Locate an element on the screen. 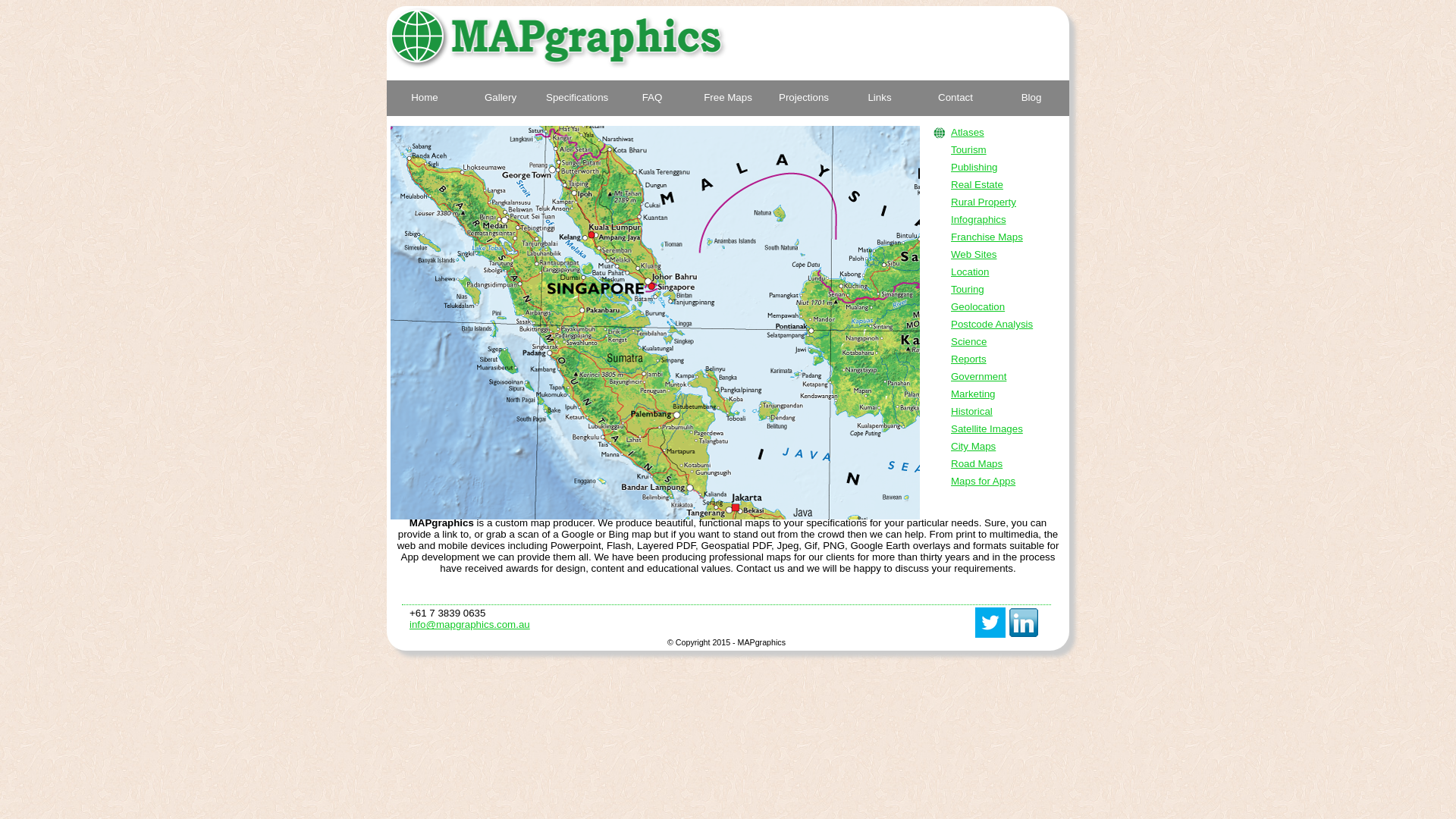  'Web Sites' is located at coordinates (974, 253).